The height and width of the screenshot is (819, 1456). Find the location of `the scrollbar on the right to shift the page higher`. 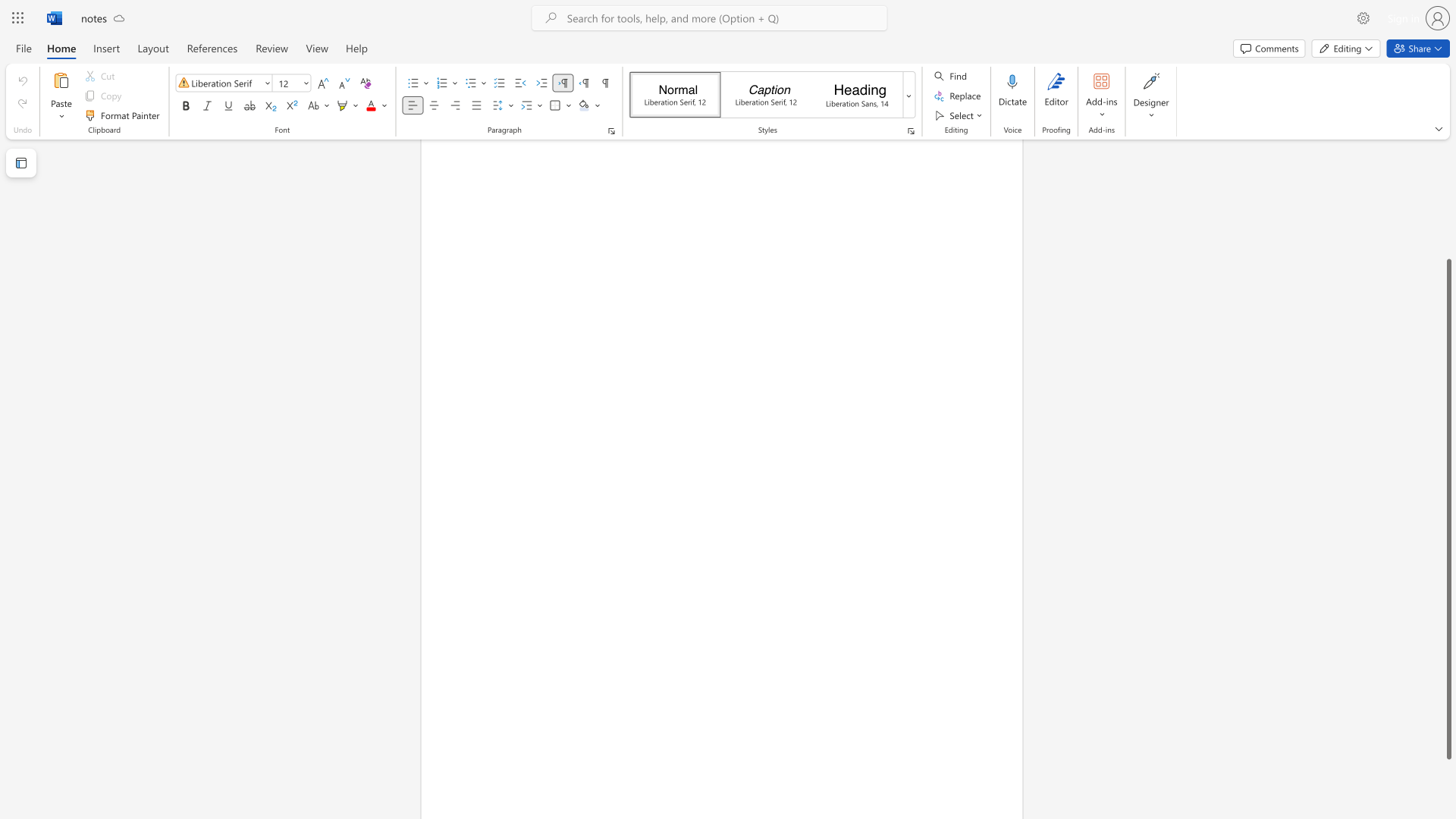

the scrollbar on the right to shift the page higher is located at coordinates (1448, 242).